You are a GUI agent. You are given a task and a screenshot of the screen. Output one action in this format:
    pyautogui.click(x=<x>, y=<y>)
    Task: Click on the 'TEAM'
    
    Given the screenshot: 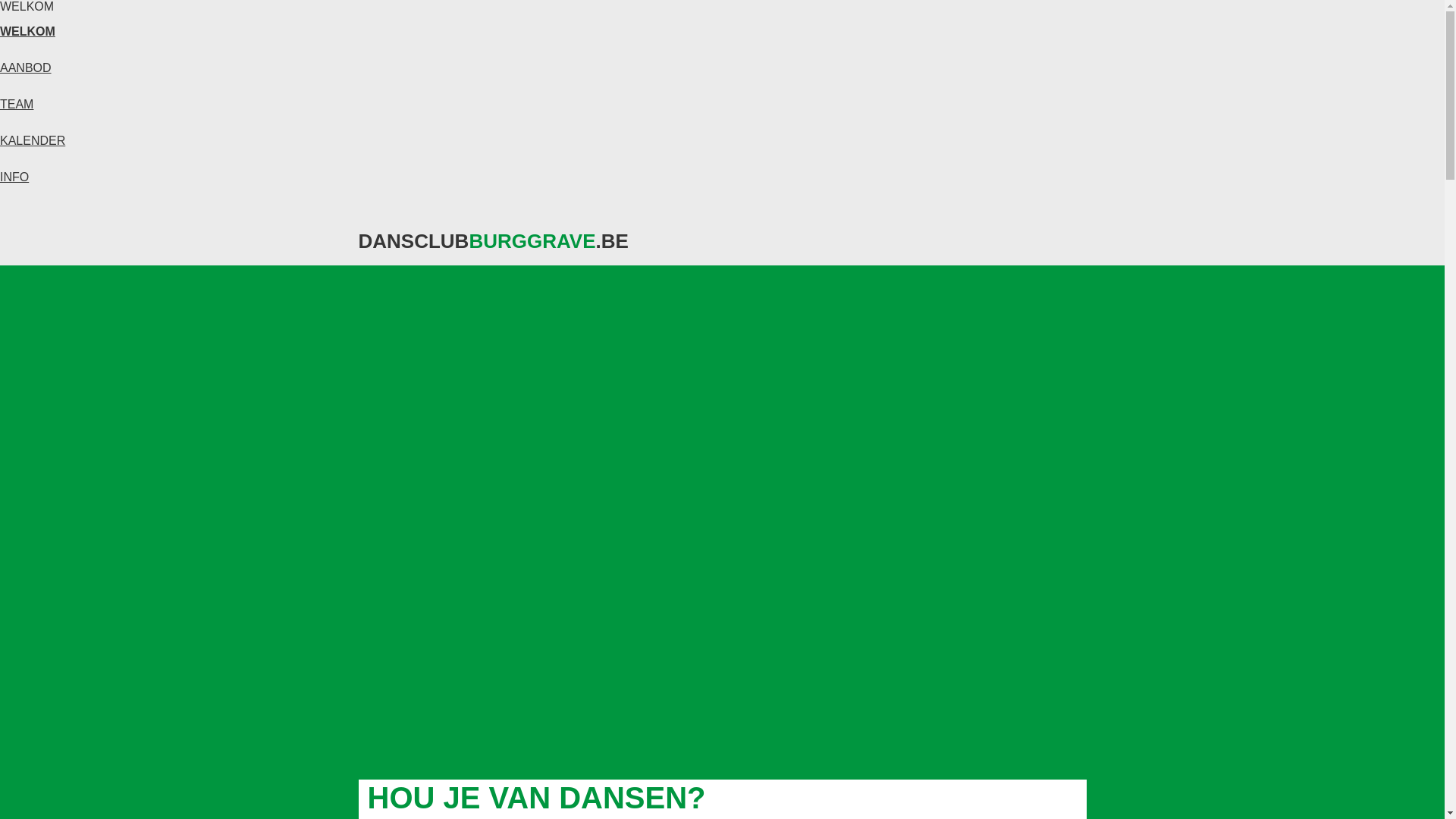 What is the action you would take?
    pyautogui.click(x=17, y=103)
    